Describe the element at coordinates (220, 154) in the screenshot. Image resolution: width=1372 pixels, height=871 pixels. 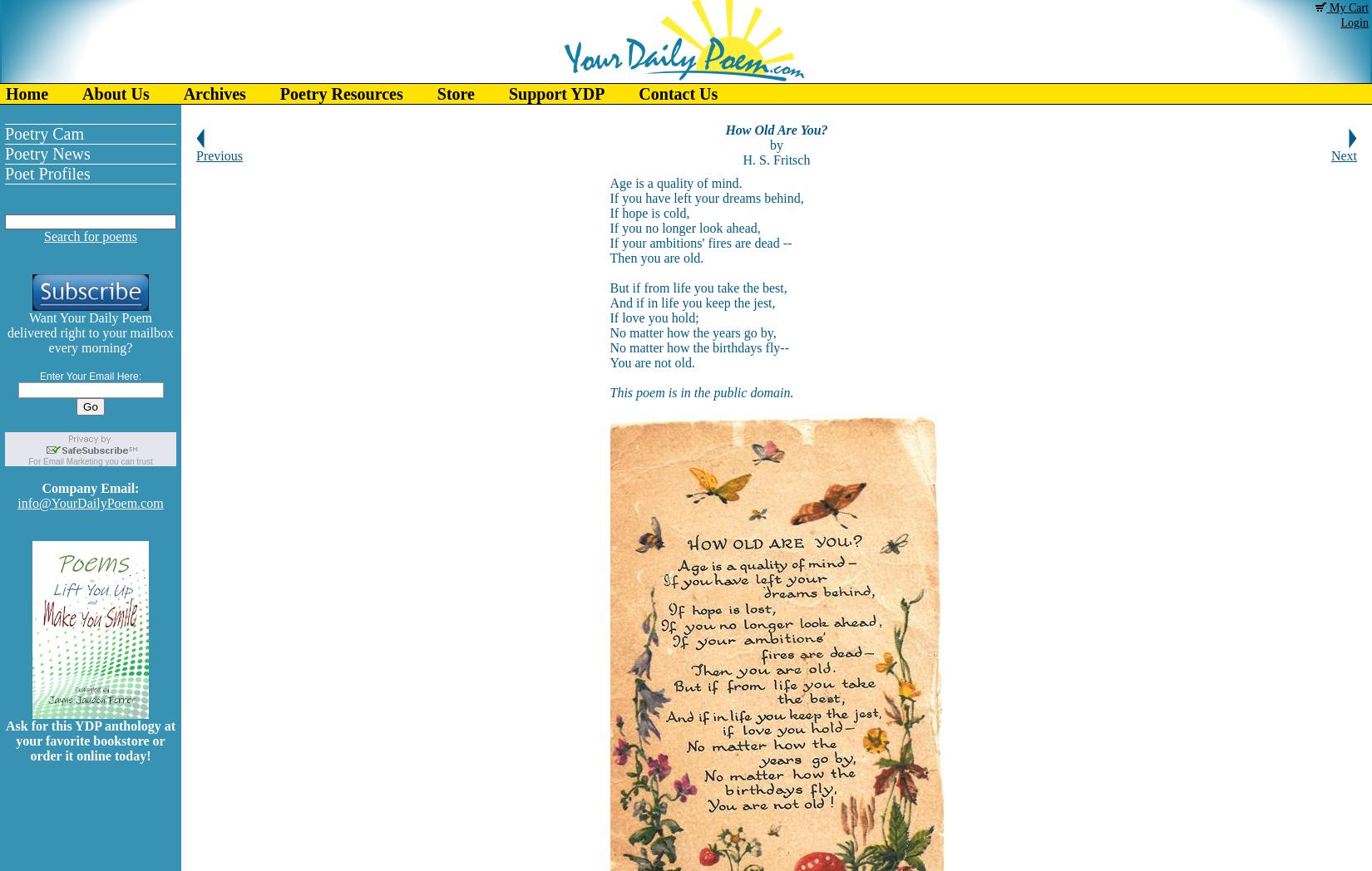
I see `'Previous'` at that location.